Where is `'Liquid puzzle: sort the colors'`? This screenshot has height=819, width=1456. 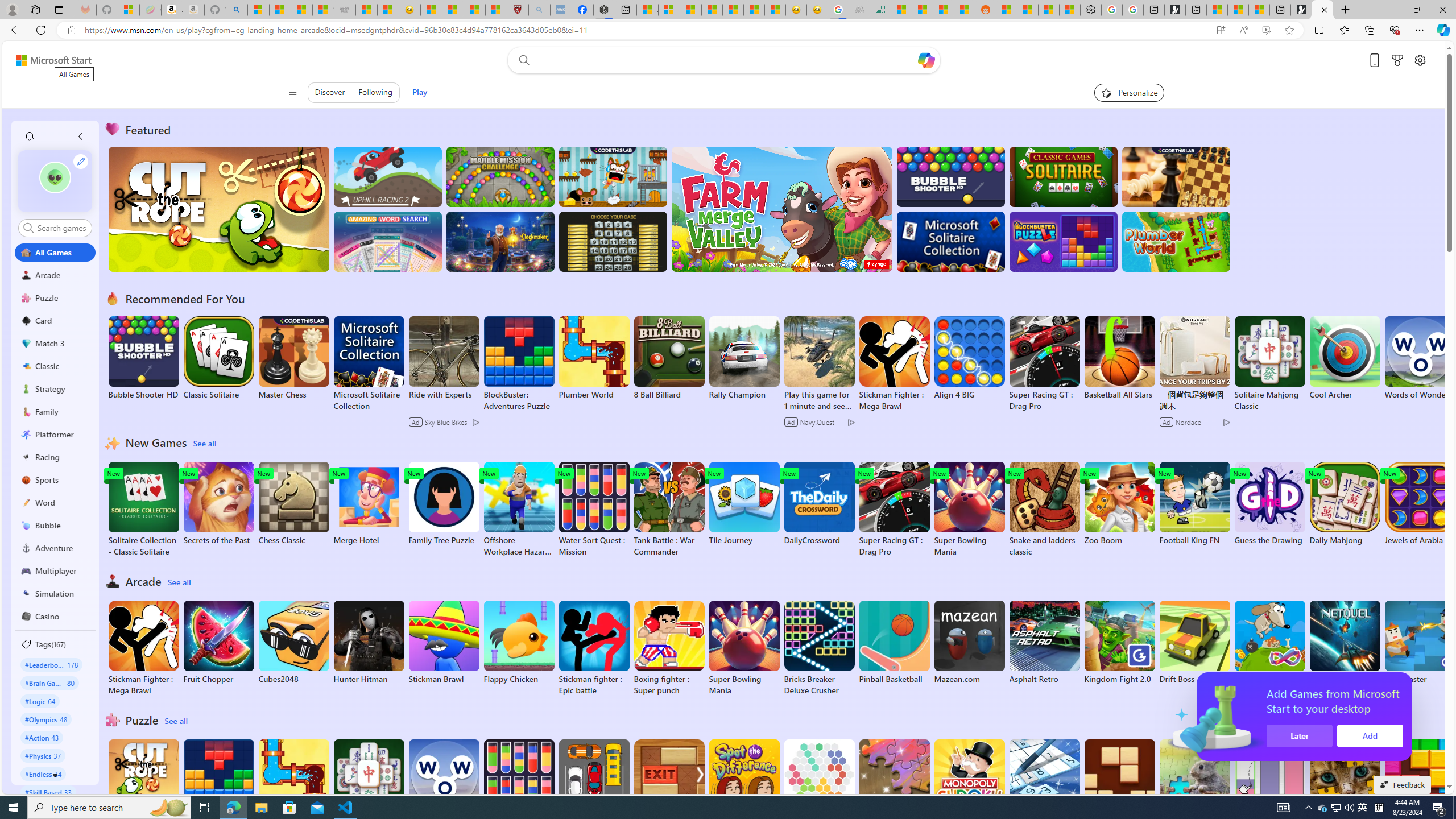
'Liquid puzzle: sort the colors' is located at coordinates (1269, 786).